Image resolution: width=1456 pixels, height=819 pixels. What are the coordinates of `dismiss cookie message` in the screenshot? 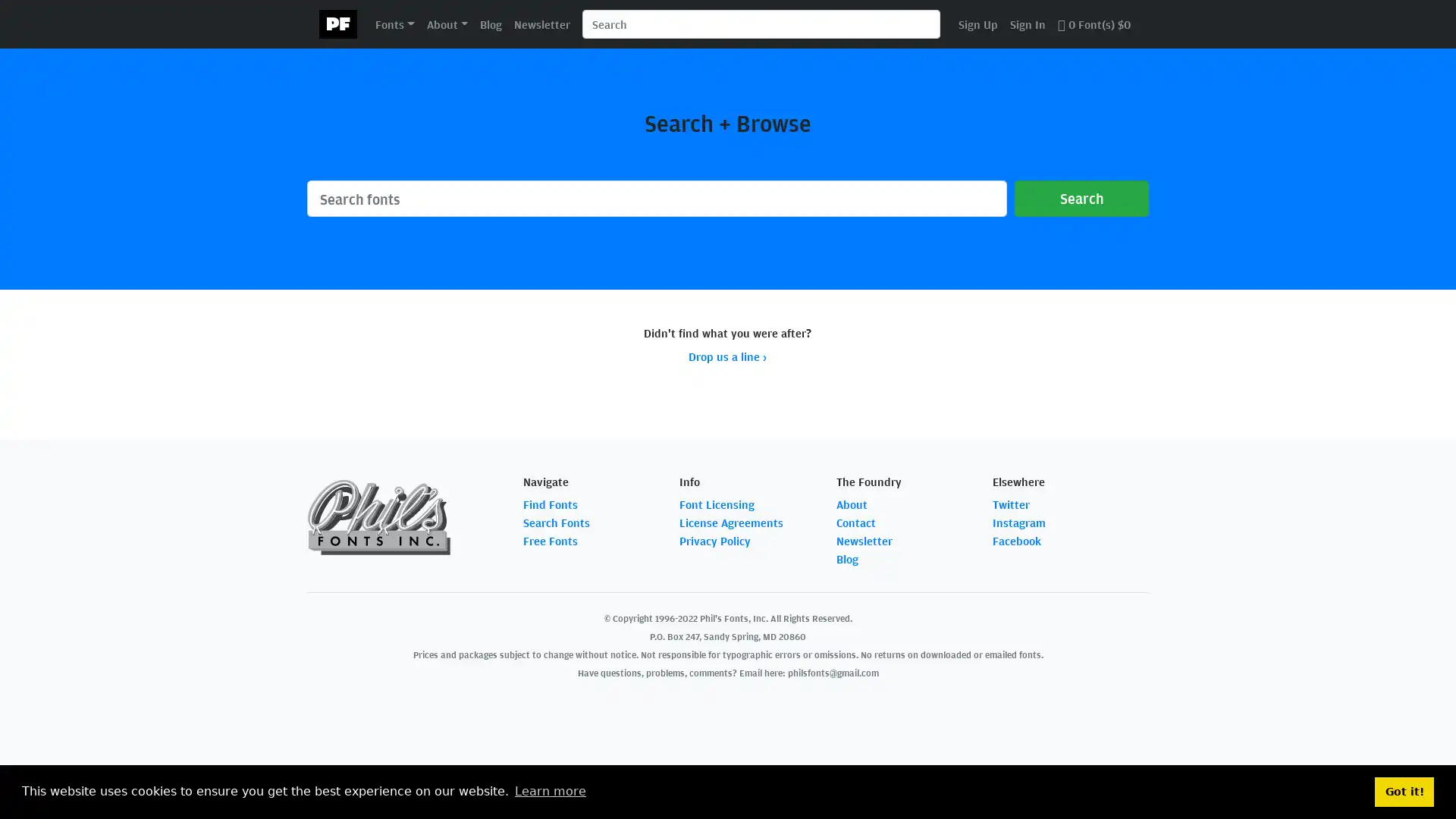 It's located at (1404, 791).